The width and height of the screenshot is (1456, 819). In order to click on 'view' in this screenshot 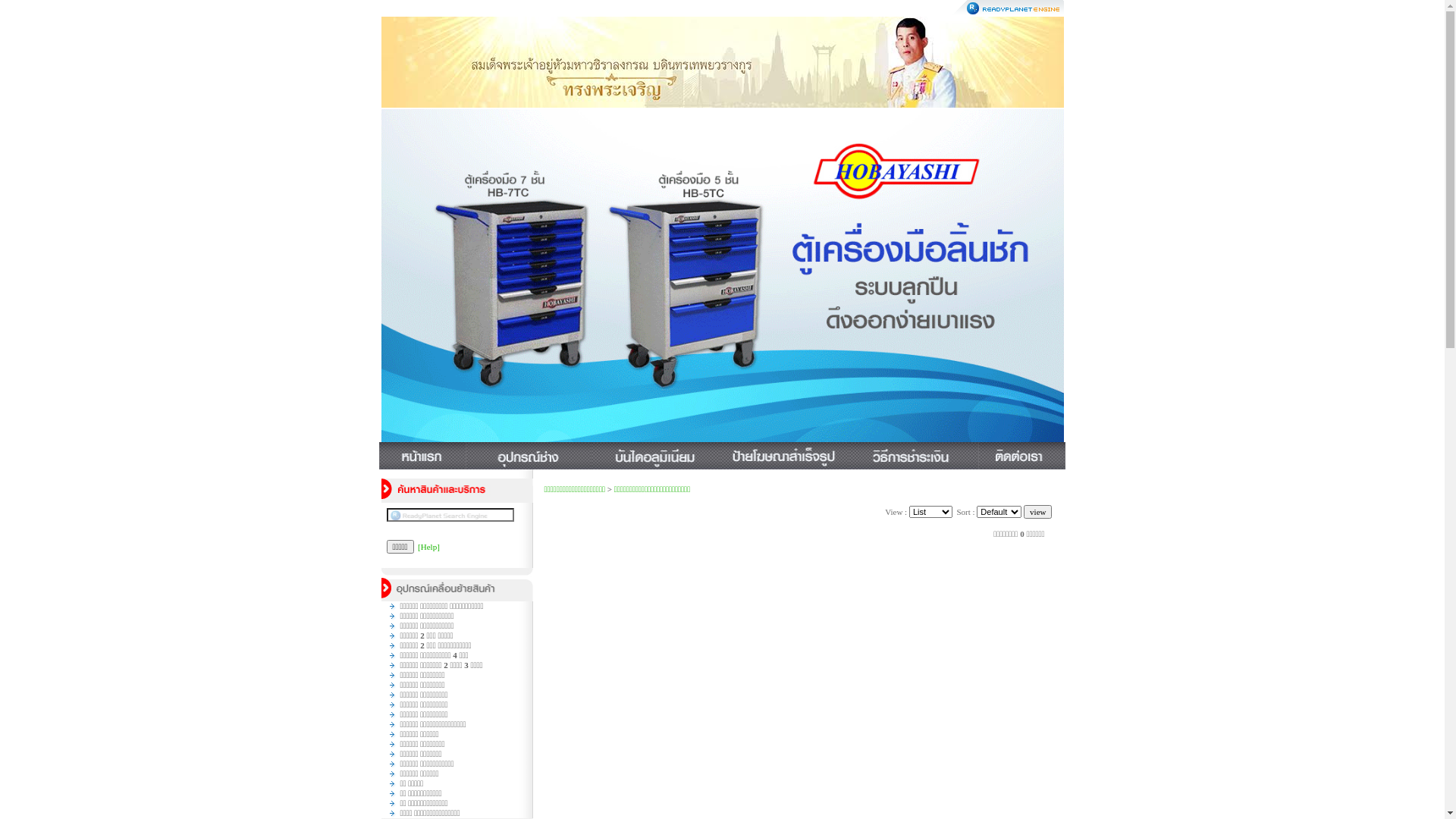, I will do `click(1037, 512)`.